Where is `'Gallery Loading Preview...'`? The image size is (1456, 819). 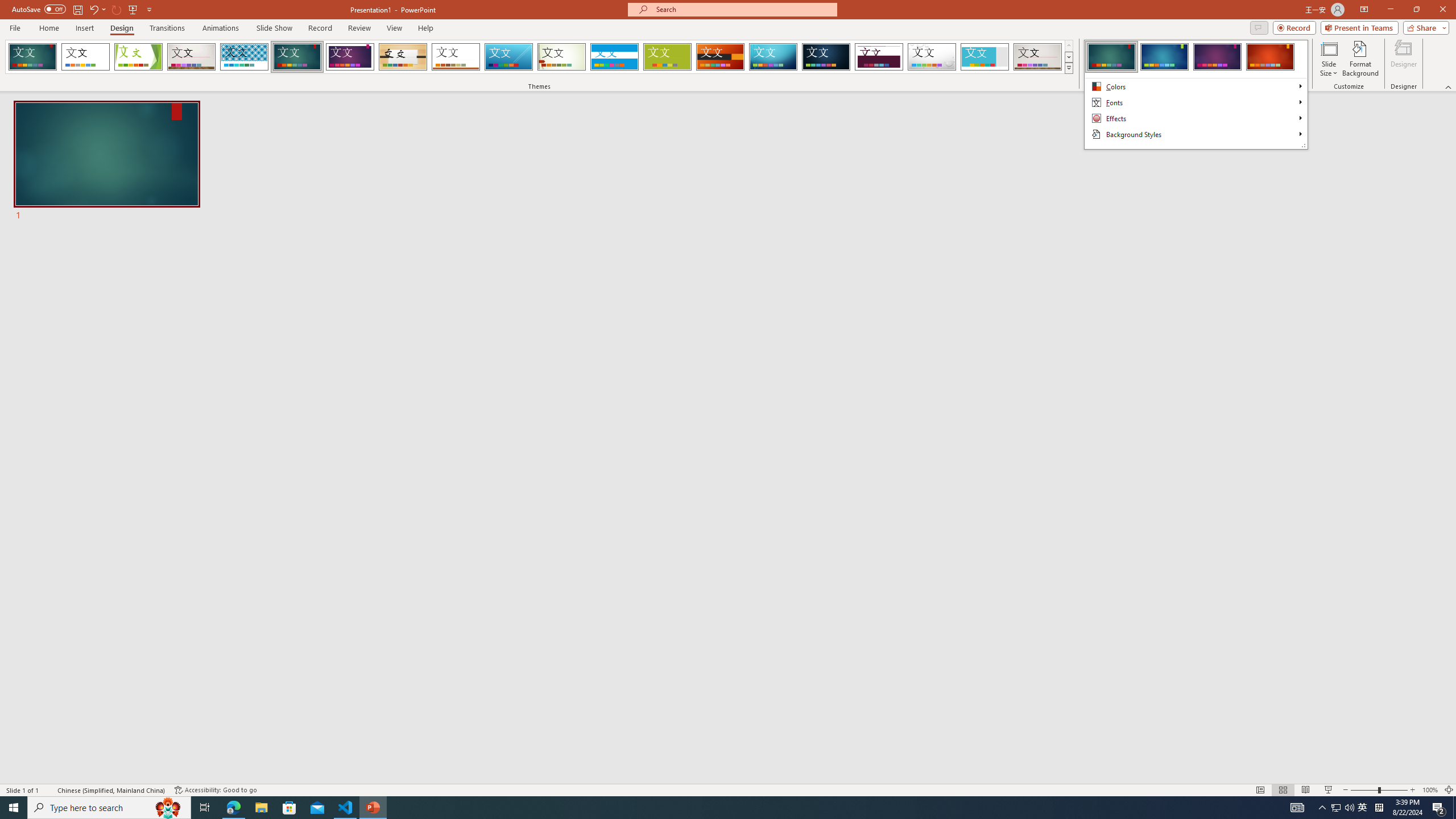 'Gallery Loading Preview...' is located at coordinates (1038, 56).